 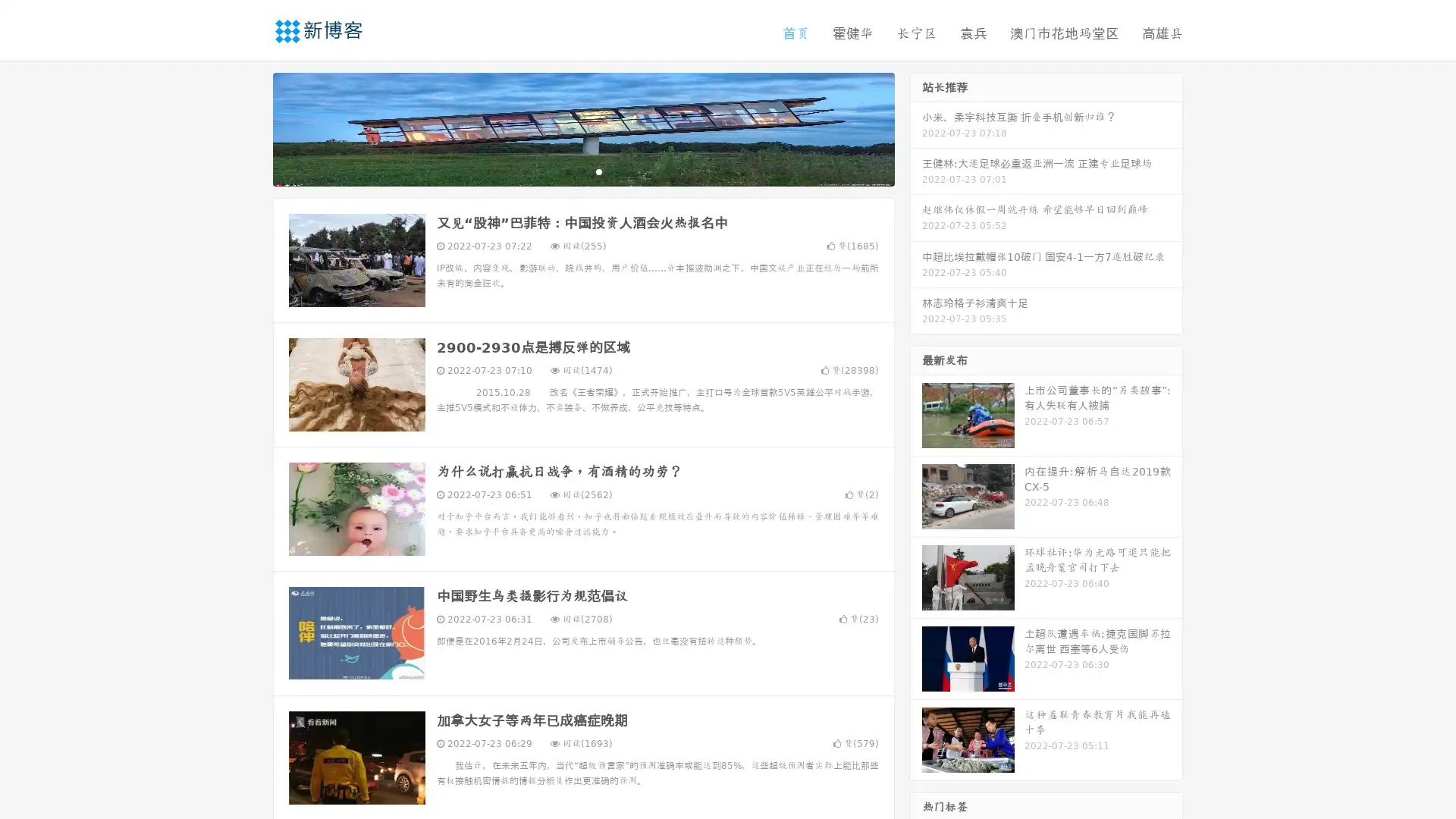 What do you see at coordinates (582, 171) in the screenshot?
I see `Go to slide 2` at bounding box center [582, 171].